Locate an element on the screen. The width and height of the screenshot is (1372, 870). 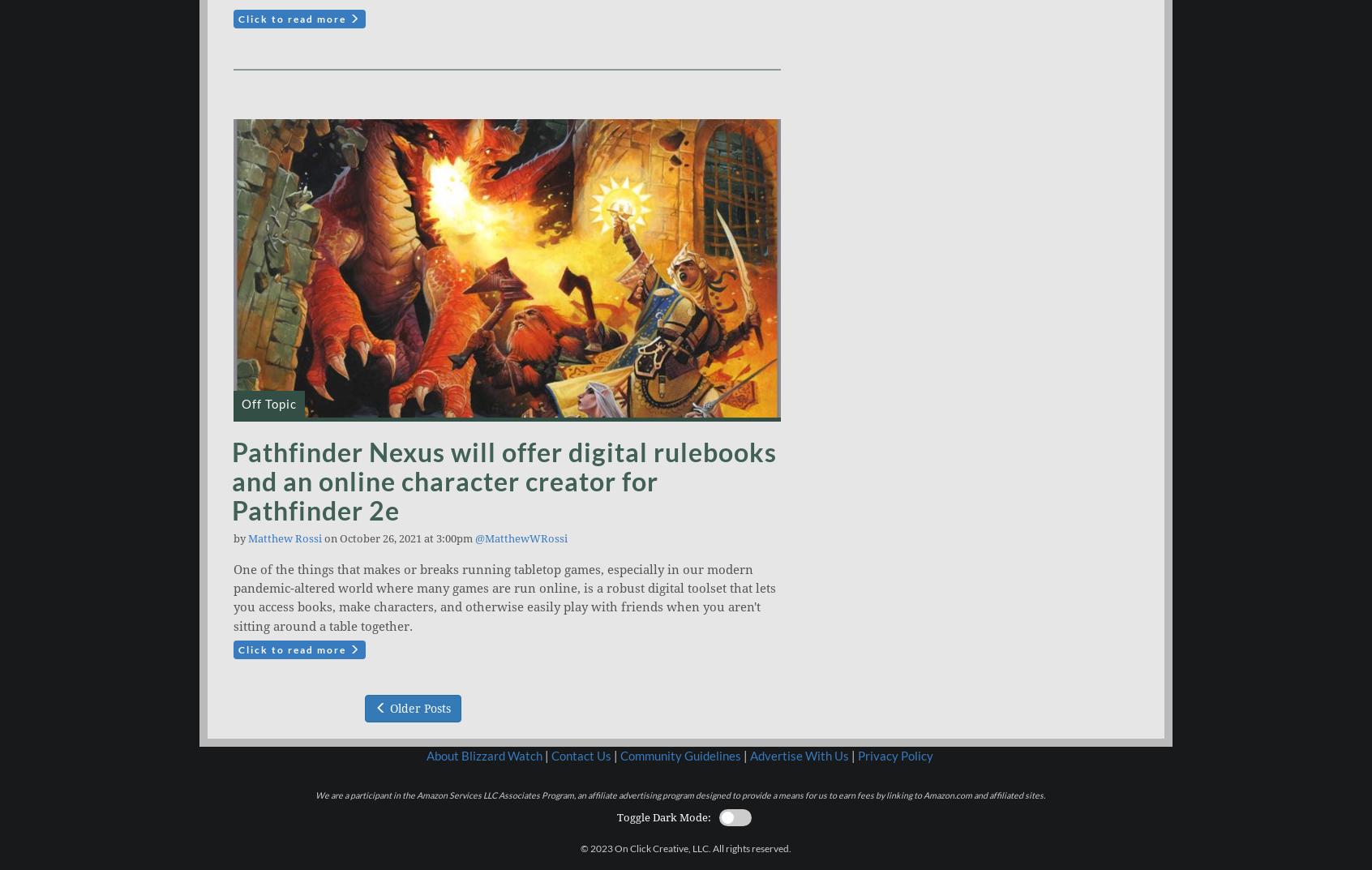
'Matthew Rossi' is located at coordinates (284, 538).